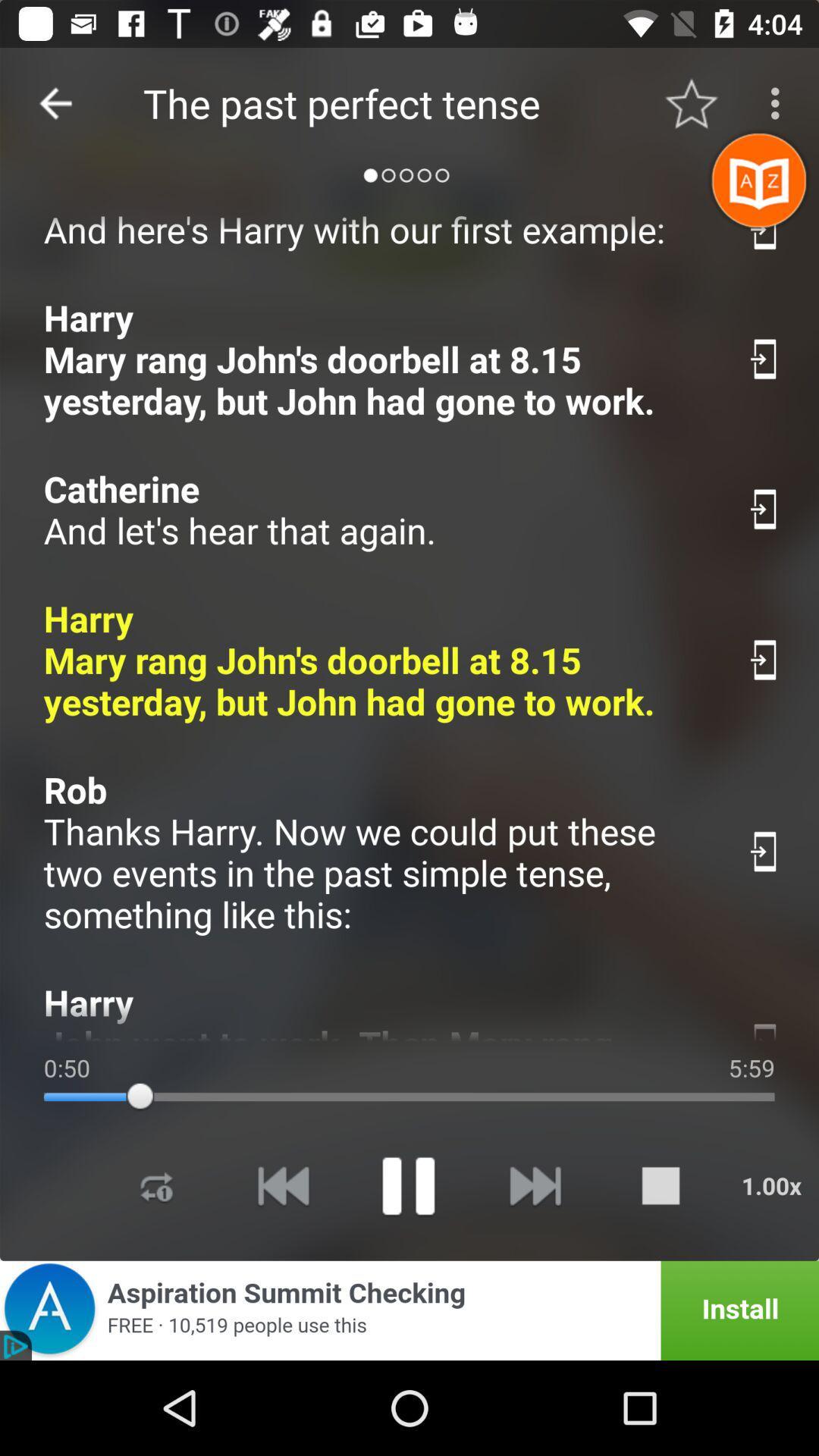 The width and height of the screenshot is (819, 1456). Describe the element at coordinates (660, 1185) in the screenshot. I see `to stop the currently playing song` at that location.